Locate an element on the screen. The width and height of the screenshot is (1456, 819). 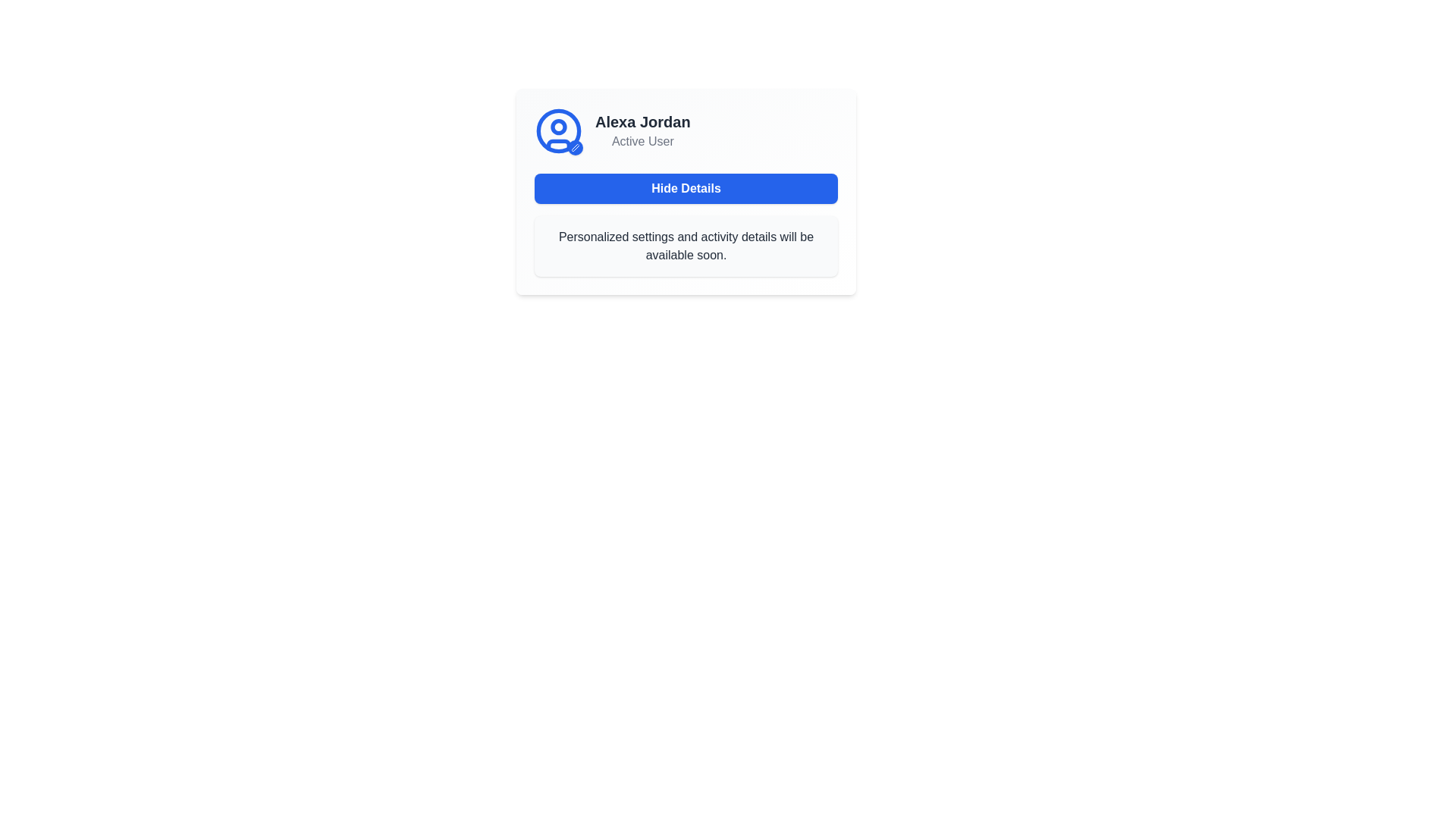
the edit icon button located at the bottom-right corner of the profile illustration on the card to initiate the edit action is located at coordinates (574, 148).